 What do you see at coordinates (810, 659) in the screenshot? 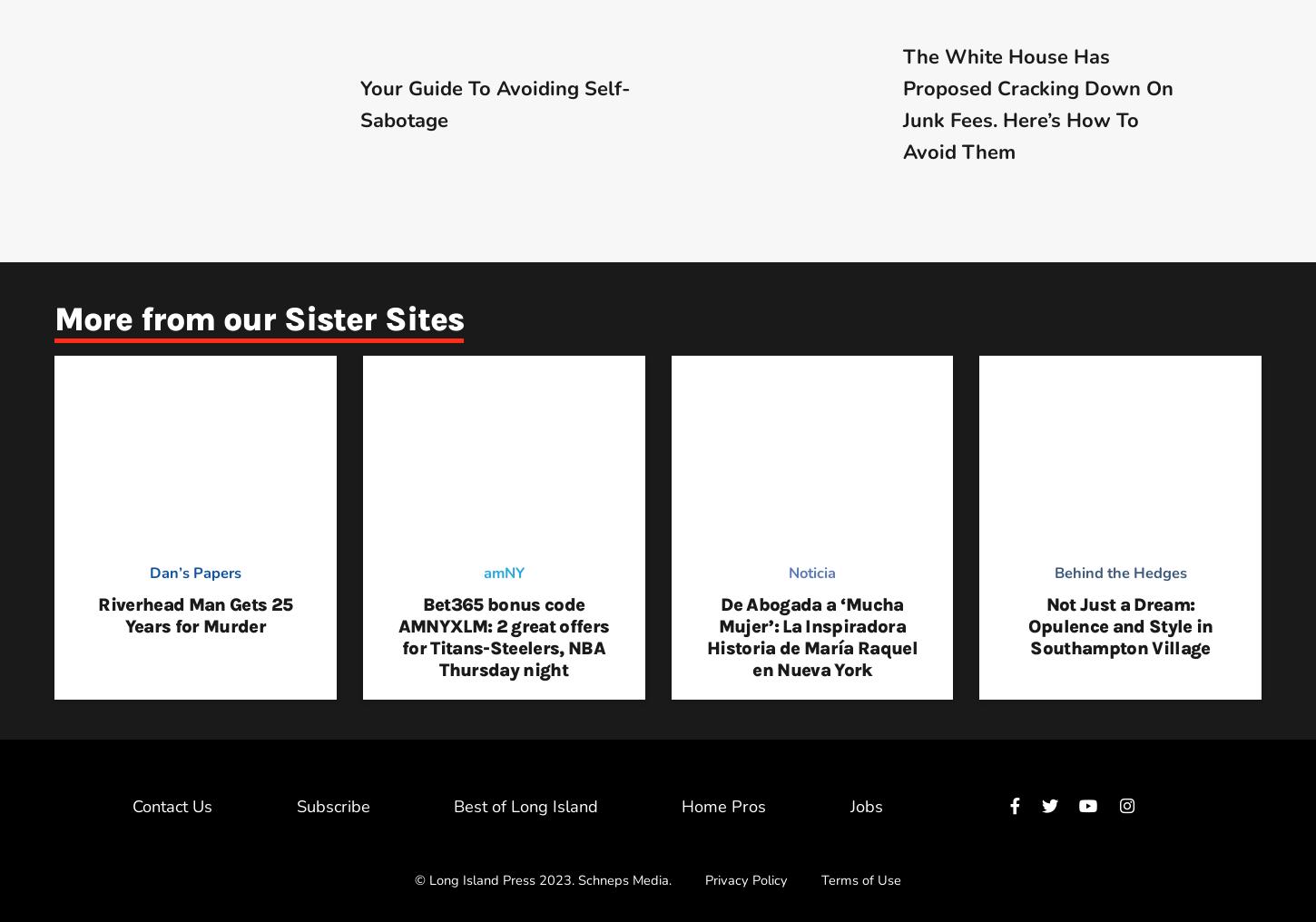
I see `'Historia de María Raquel en'` at bounding box center [810, 659].